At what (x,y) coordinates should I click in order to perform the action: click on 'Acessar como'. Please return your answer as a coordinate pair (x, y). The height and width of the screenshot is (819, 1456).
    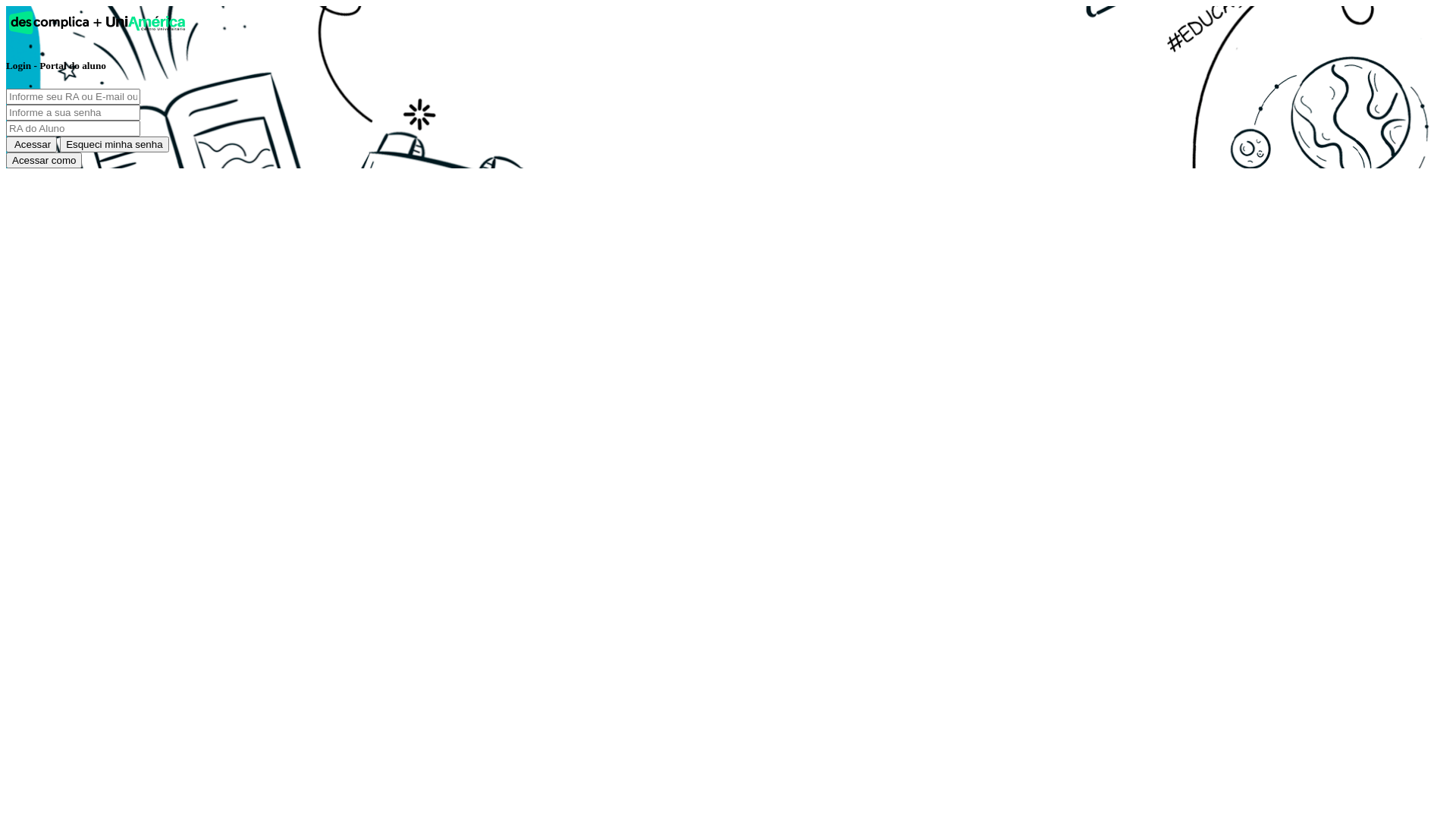
    Looking at the image, I should click on (43, 160).